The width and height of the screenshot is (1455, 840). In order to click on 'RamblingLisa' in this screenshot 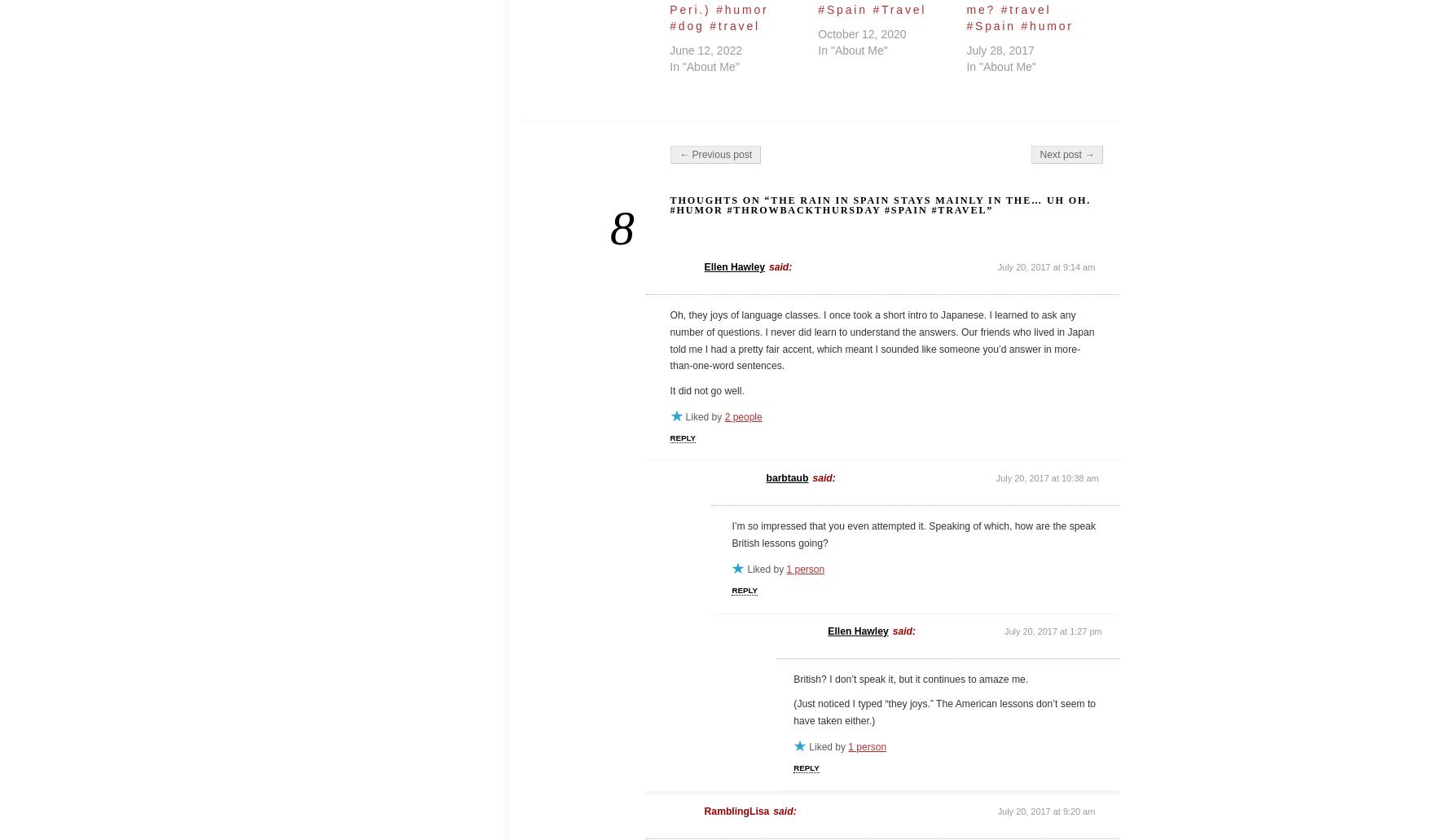, I will do `click(736, 811)`.